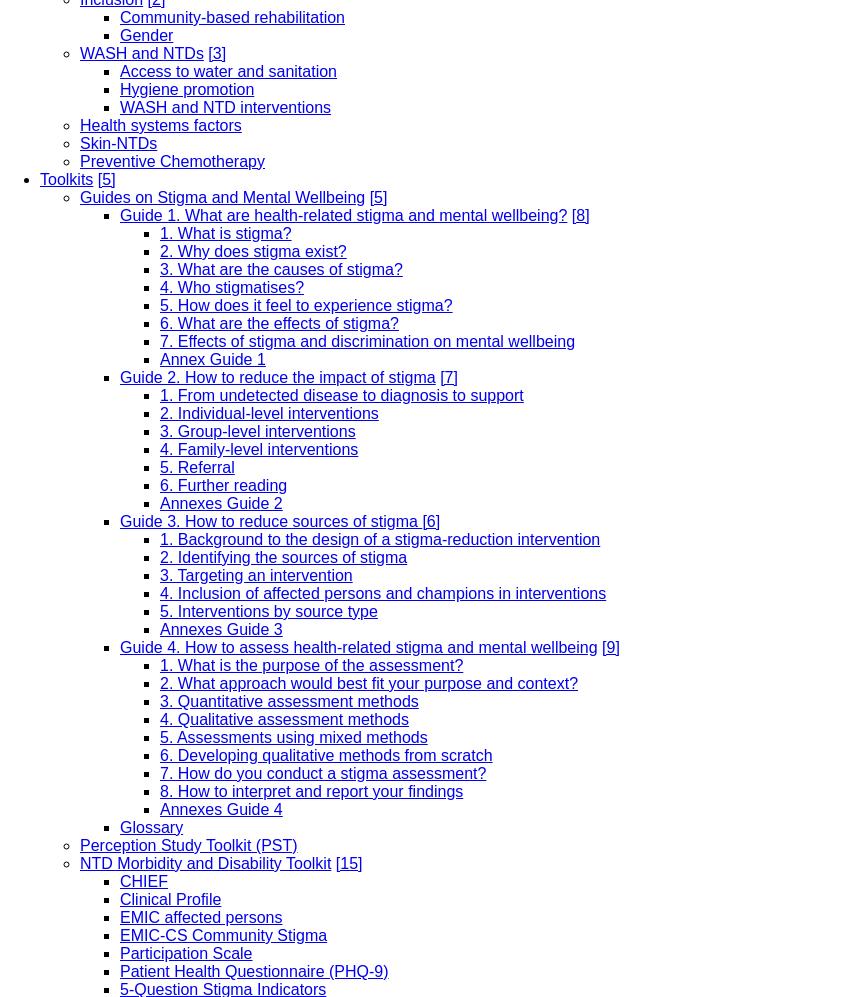 Image resolution: width=850 pixels, height=997 pixels. Describe the element at coordinates (151, 826) in the screenshot. I see `'Glossary'` at that location.